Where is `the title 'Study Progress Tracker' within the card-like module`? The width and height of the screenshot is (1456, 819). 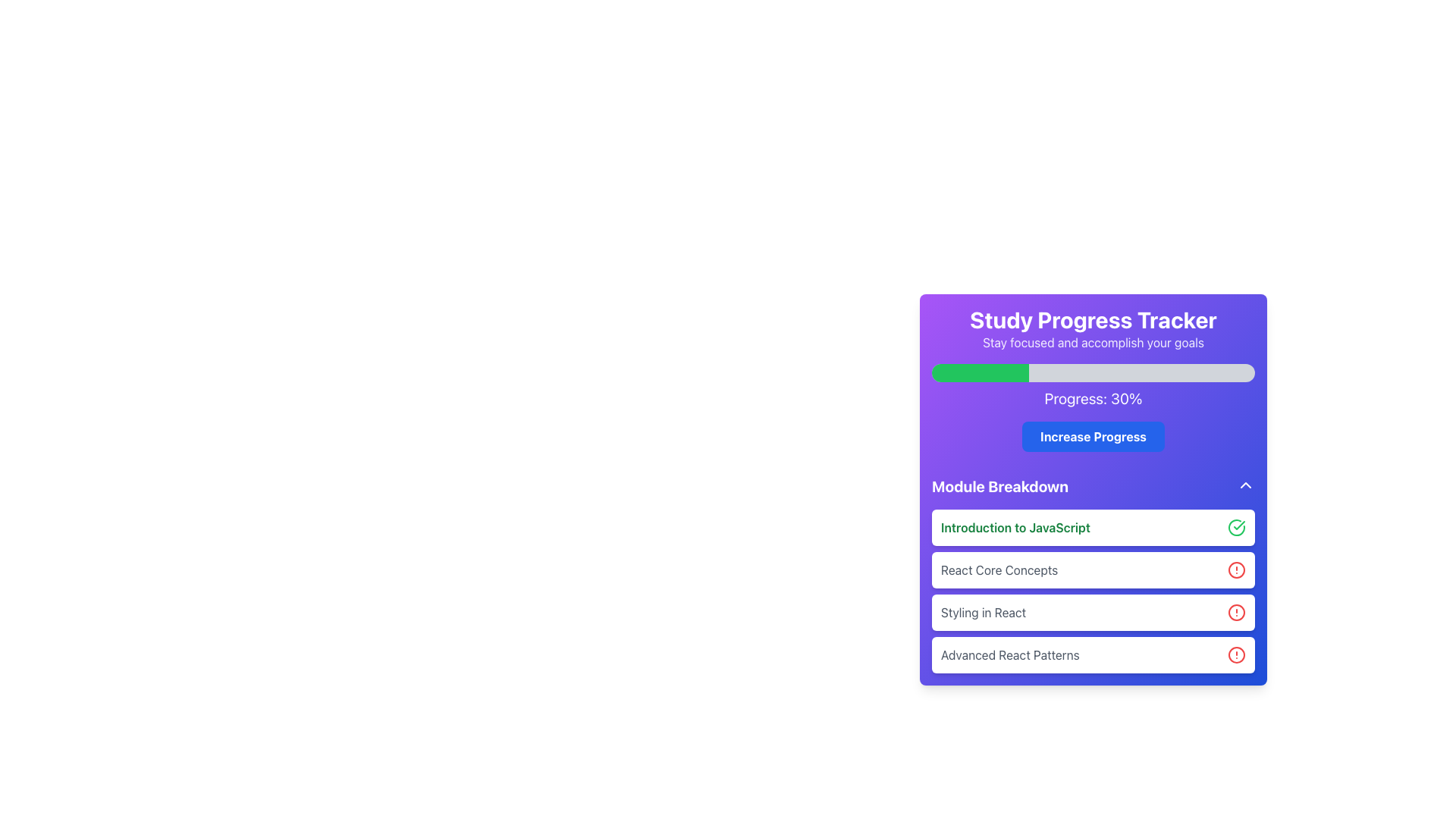 the title 'Study Progress Tracker' within the card-like module is located at coordinates (1093, 489).